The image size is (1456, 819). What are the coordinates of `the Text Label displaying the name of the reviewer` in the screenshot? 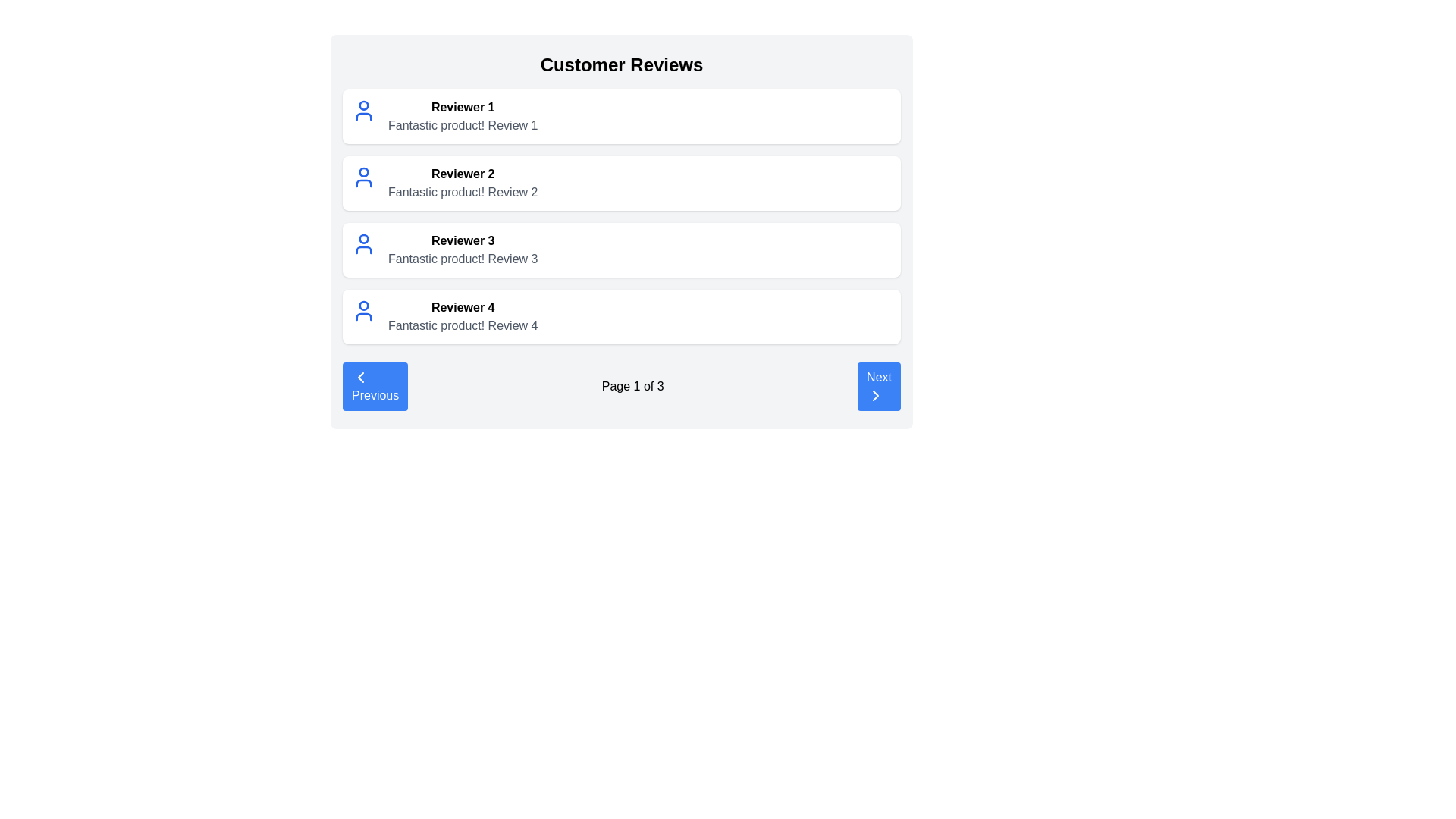 It's located at (462, 174).